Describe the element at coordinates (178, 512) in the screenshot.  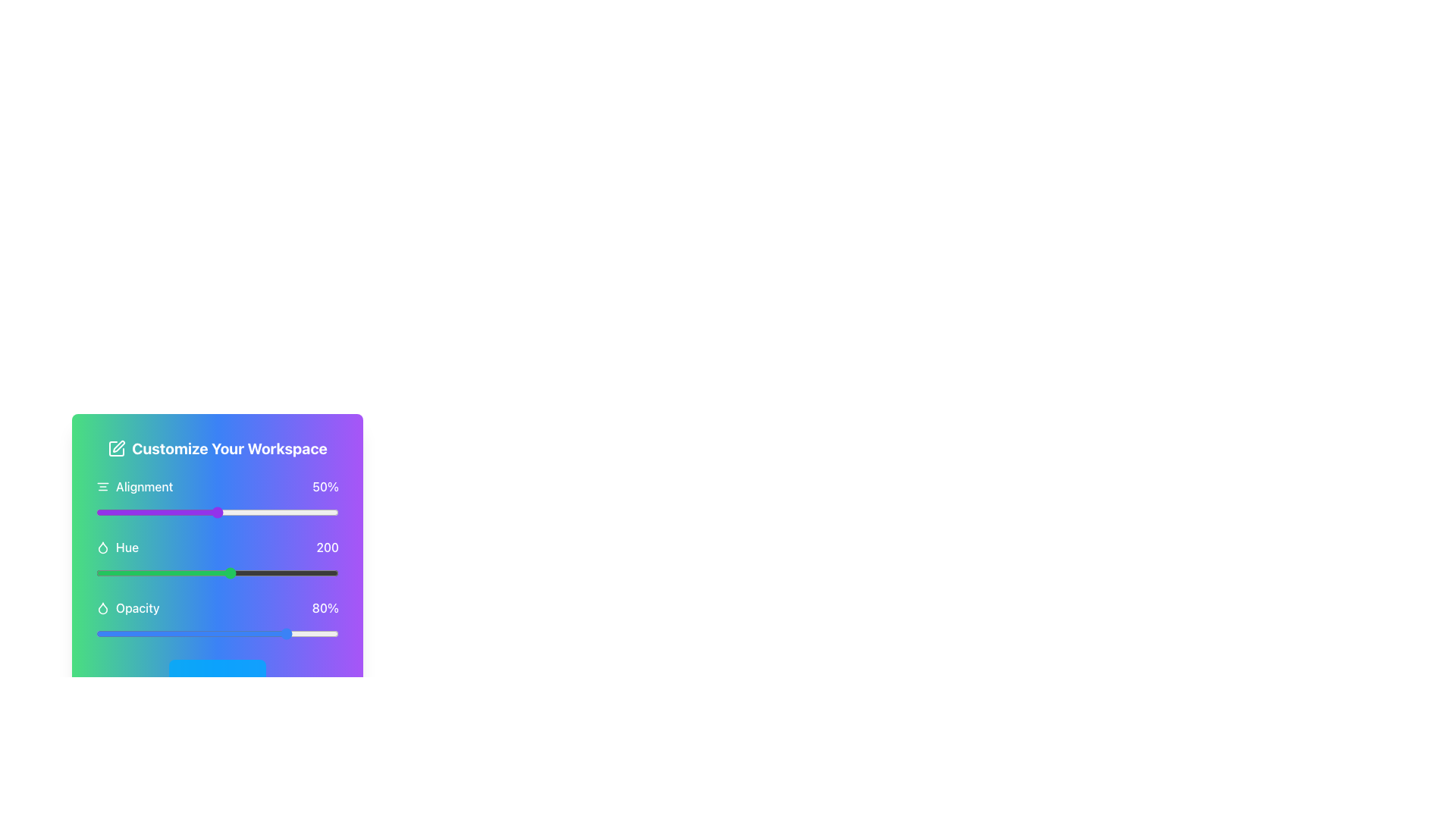
I see `the alignment percentage` at that location.